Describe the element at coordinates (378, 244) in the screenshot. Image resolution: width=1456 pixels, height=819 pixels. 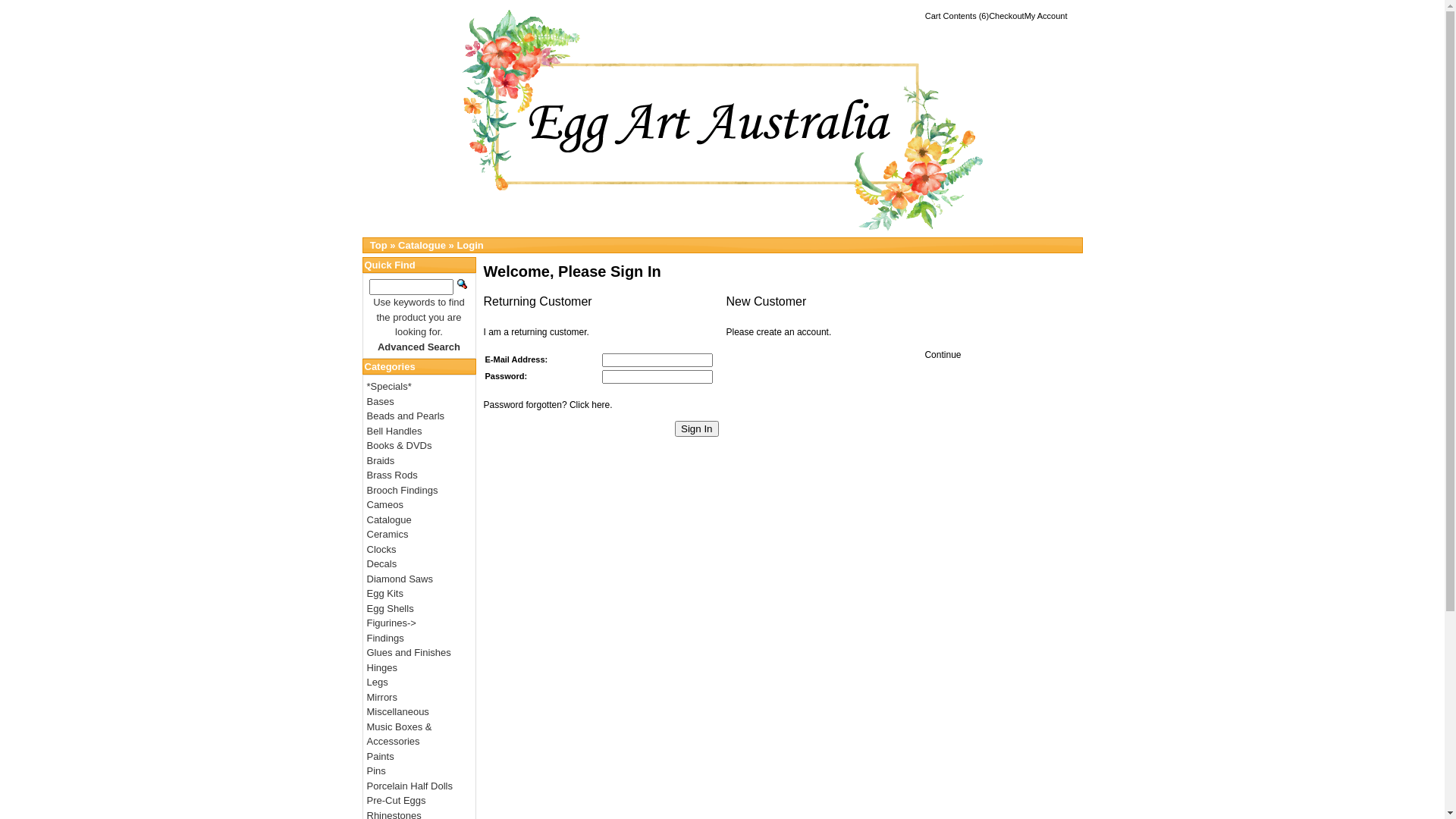
I see `'Top'` at that location.